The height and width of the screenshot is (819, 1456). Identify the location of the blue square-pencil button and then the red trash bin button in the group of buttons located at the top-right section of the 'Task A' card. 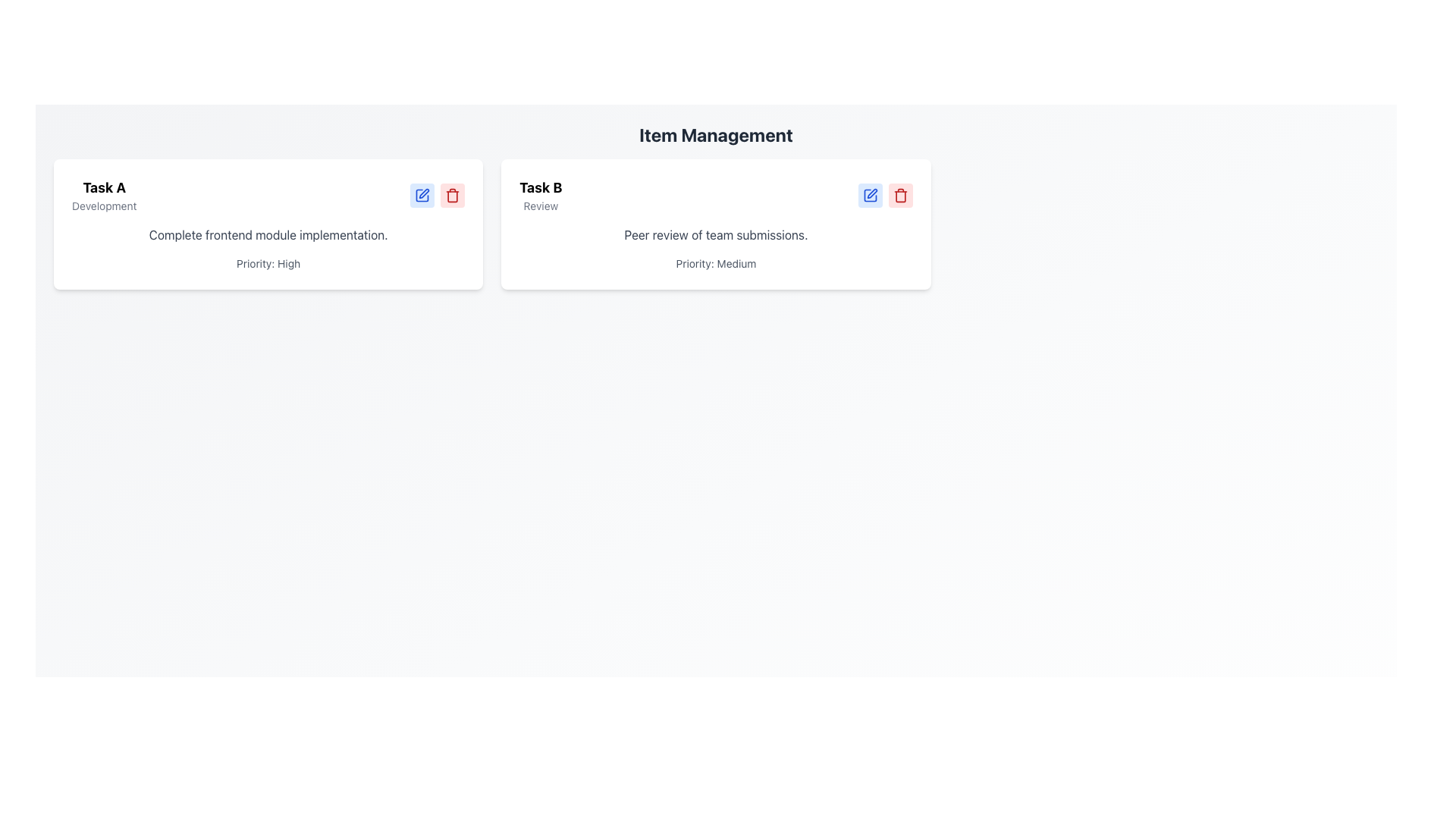
(437, 195).